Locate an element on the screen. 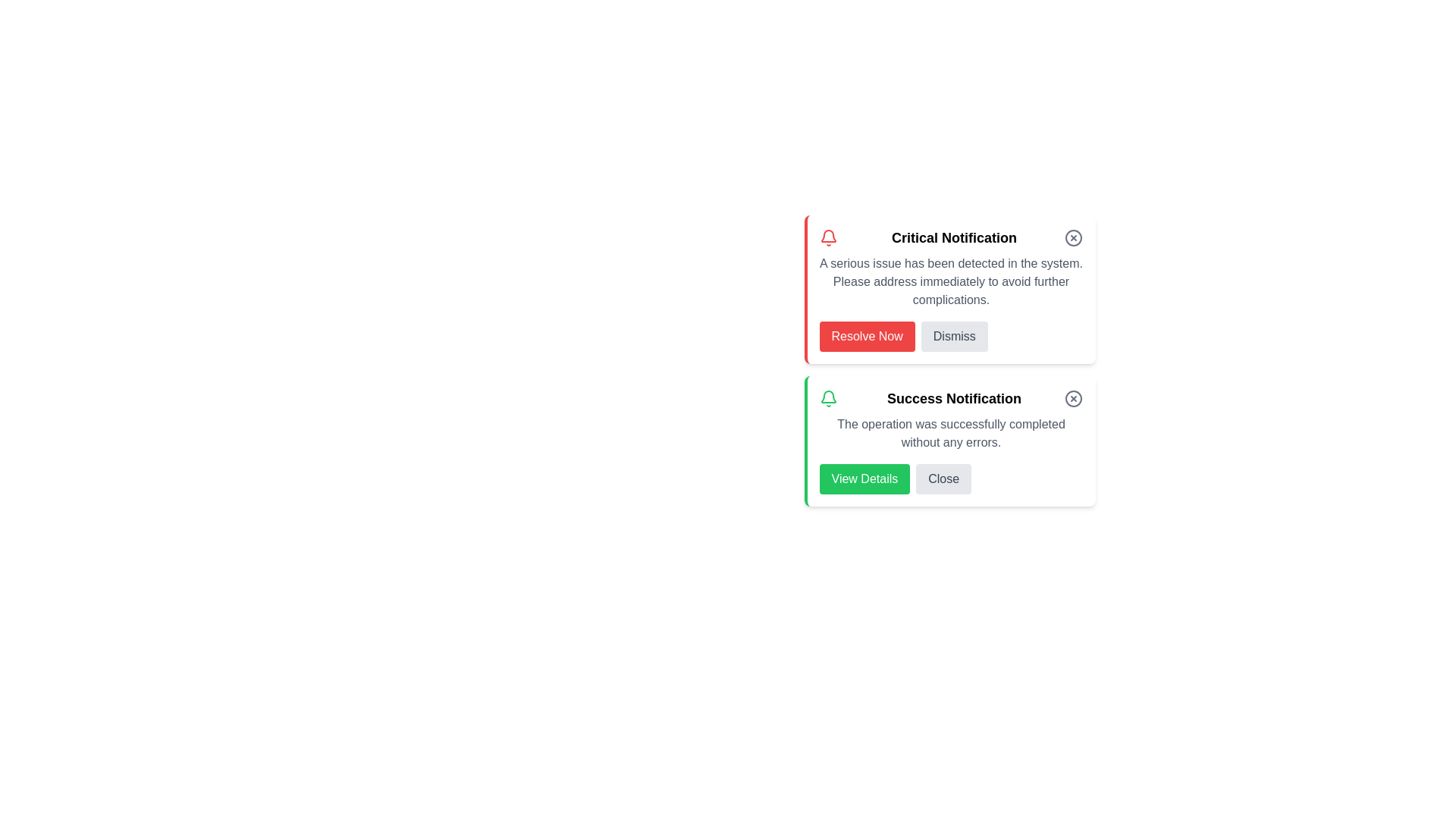 The height and width of the screenshot is (819, 1456). the decorative notification icon located at the top-left corner of the 'Success Notification' box, immediately to the left of the text 'Success Notification' is located at coordinates (827, 397).